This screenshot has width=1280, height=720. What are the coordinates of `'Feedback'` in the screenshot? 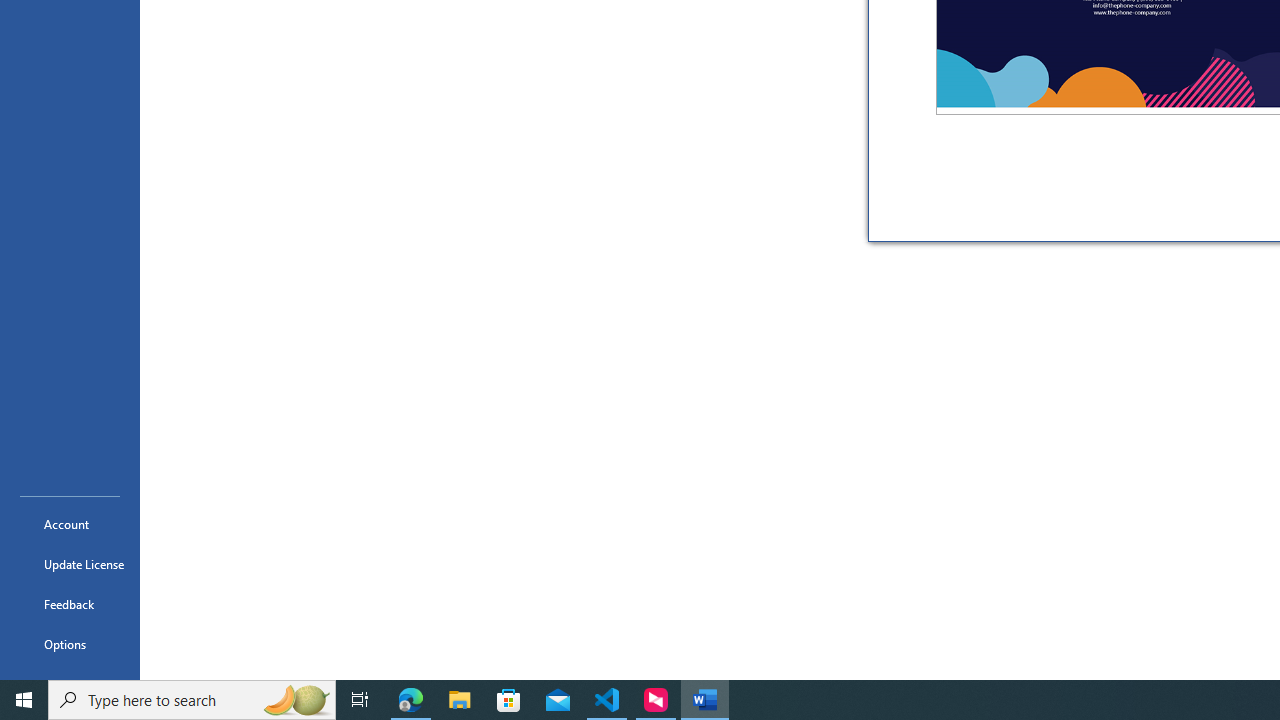 It's located at (69, 603).